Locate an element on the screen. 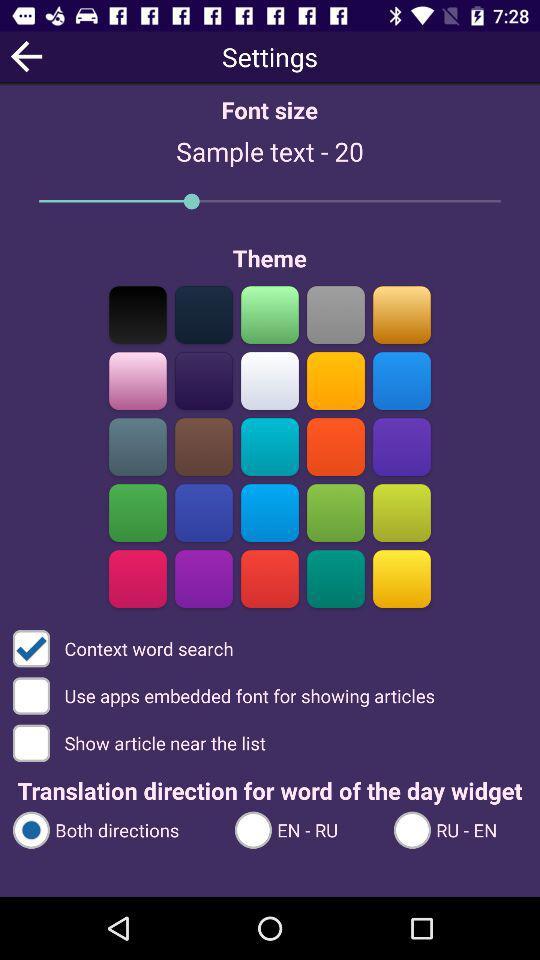 The width and height of the screenshot is (540, 960). choose theme is located at coordinates (401, 314).